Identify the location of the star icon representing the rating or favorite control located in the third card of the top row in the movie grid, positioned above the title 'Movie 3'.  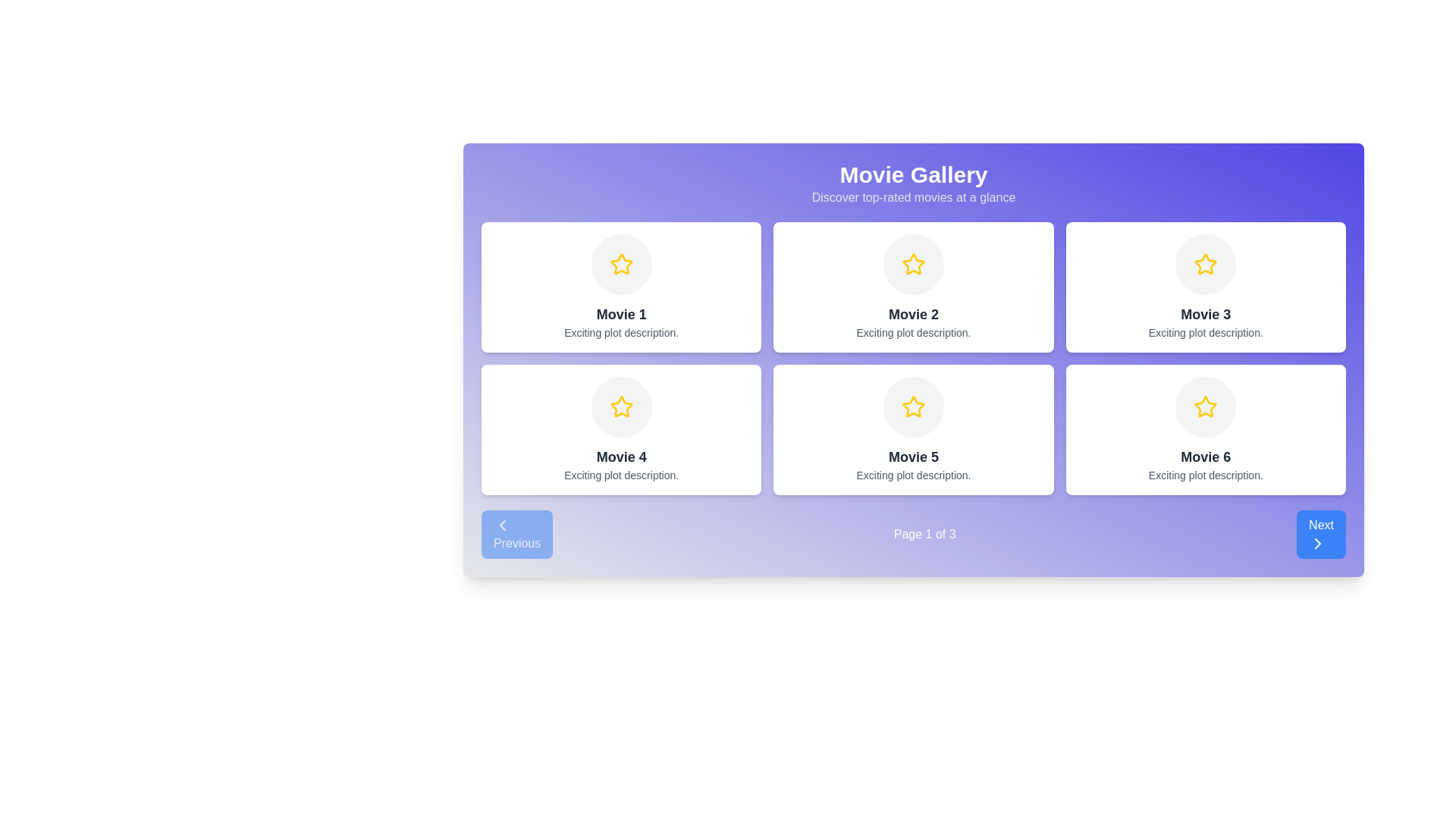
(1205, 263).